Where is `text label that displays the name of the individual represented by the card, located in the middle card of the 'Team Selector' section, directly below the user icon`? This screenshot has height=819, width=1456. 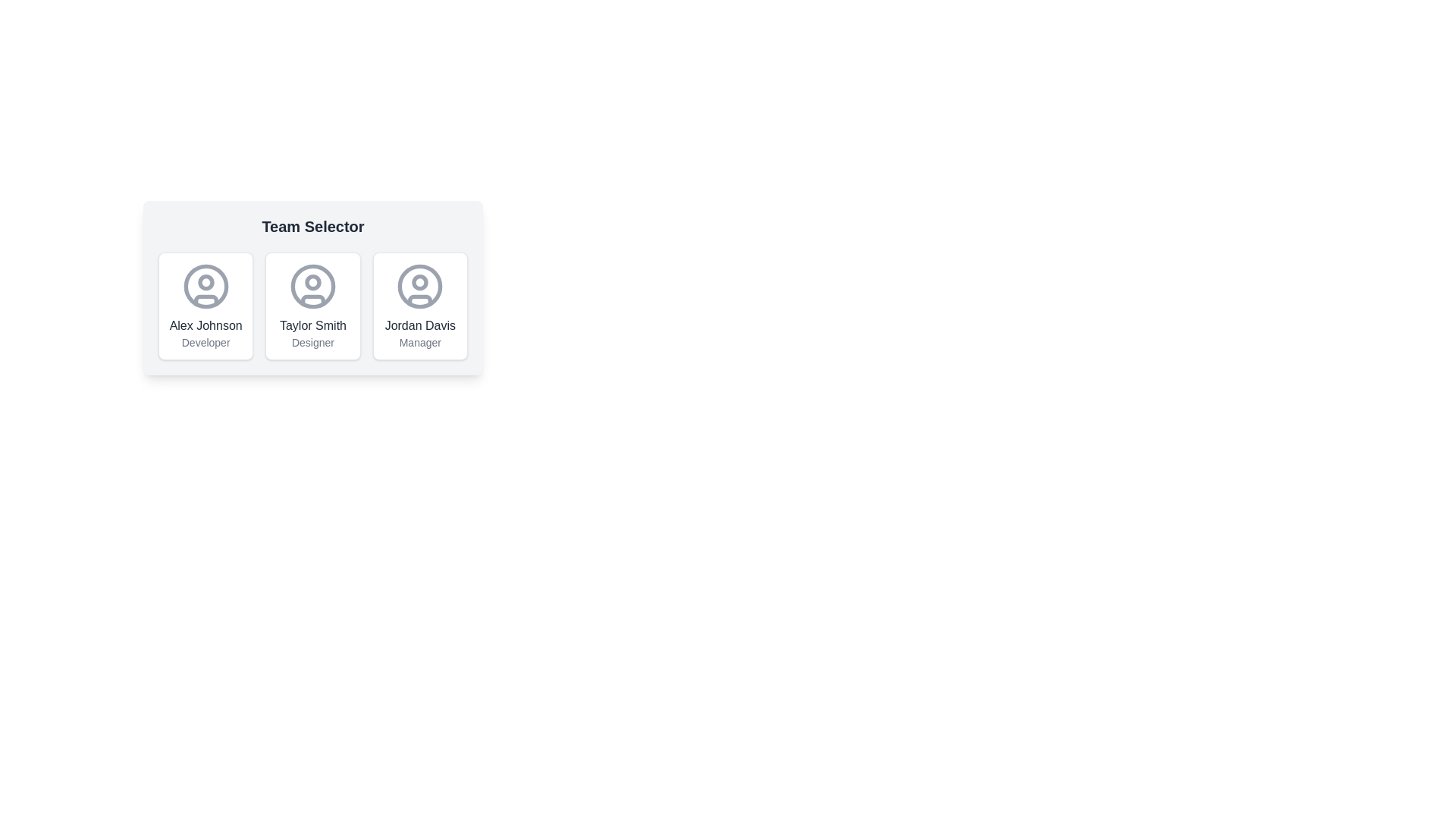
text label that displays the name of the individual represented by the card, located in the middle card of the 'Team Selector' section, directly below the user icon is located at coordinates (312, 325).